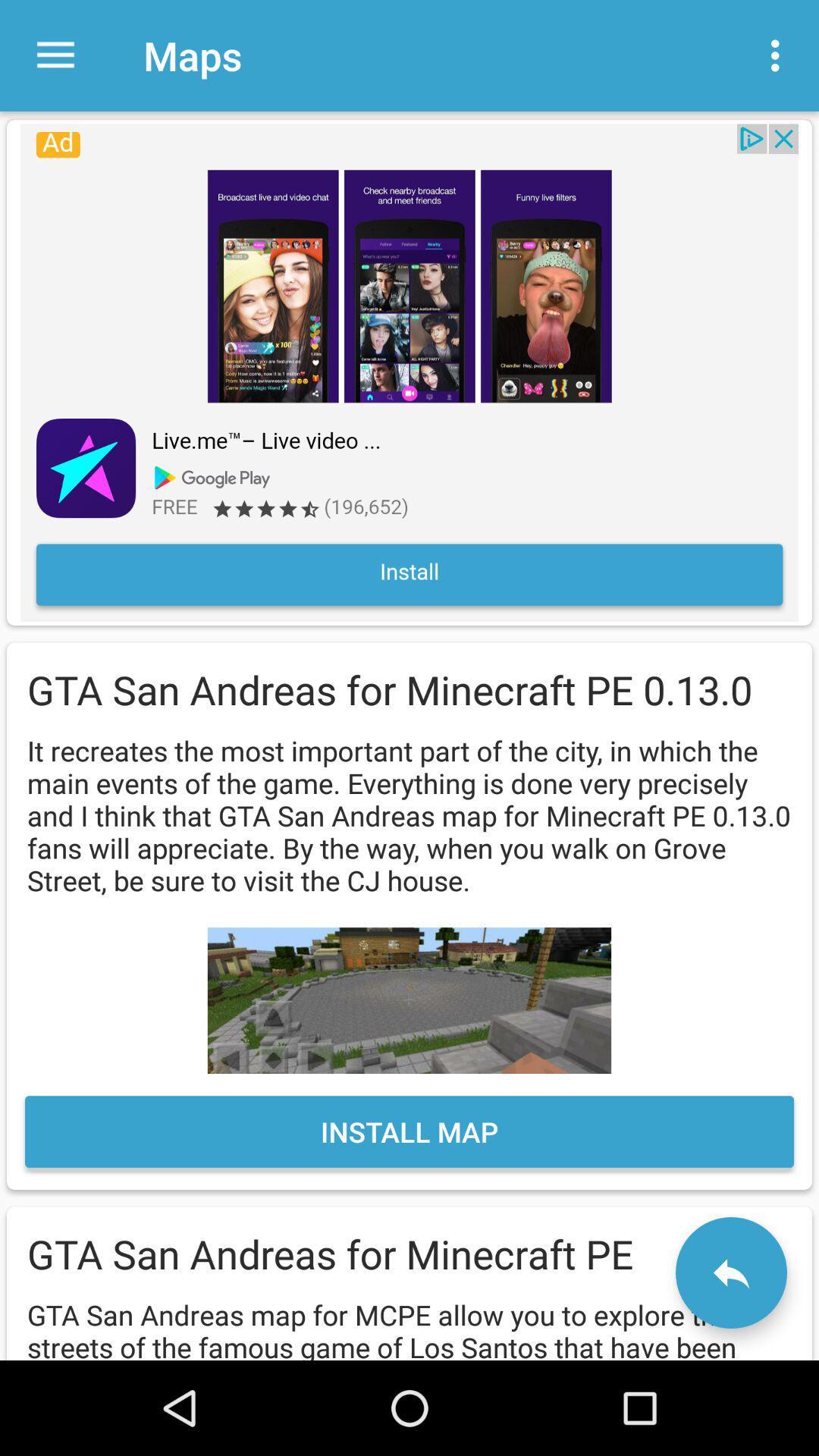 This screenshot has height=1456, width=819. What do you see at coordinates (730, 1272) in the screenshot?
I see `go next` at bounding box center [730, 1272].